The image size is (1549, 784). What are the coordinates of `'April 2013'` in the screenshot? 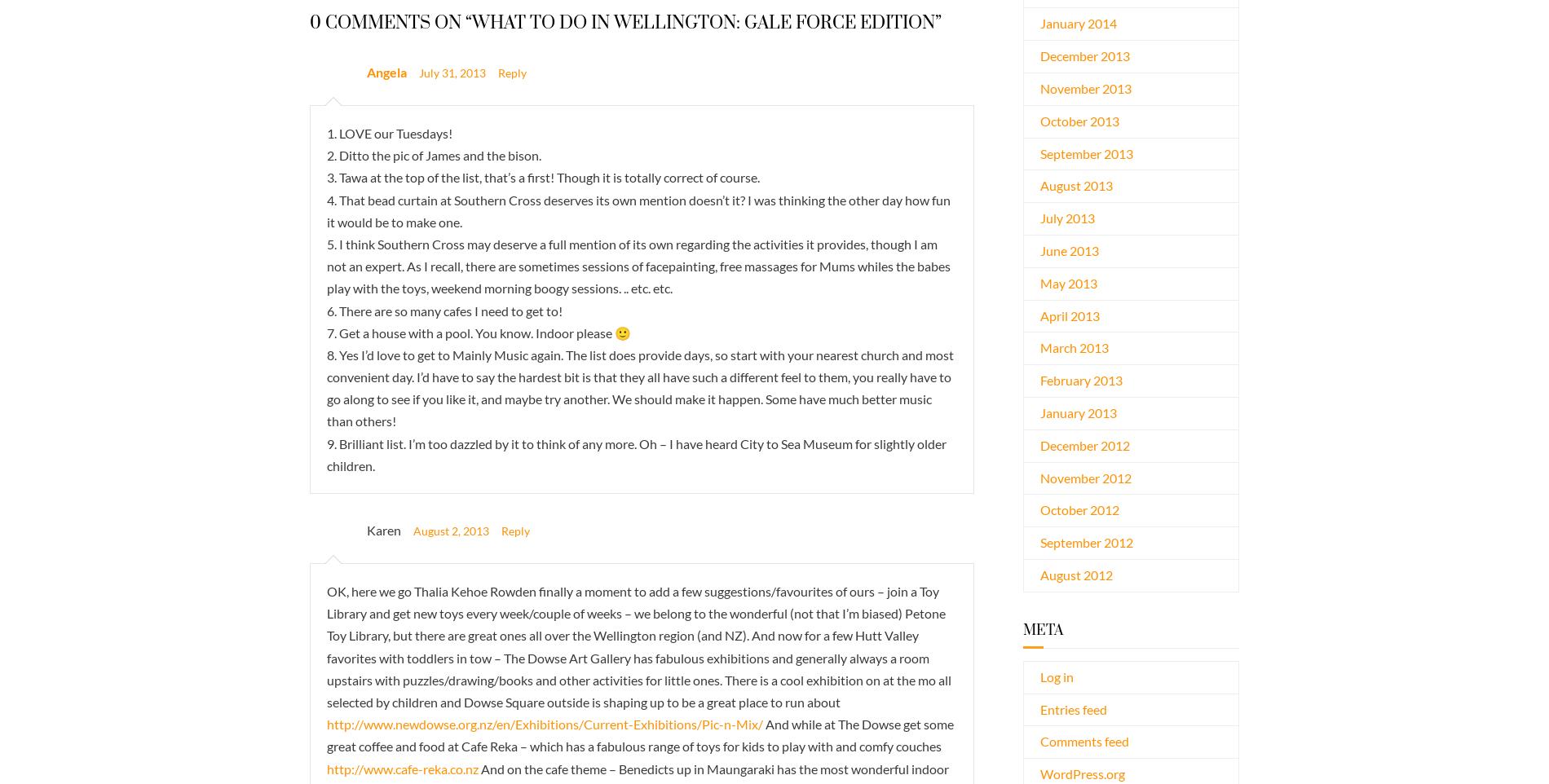 It's located at (1069, 314).